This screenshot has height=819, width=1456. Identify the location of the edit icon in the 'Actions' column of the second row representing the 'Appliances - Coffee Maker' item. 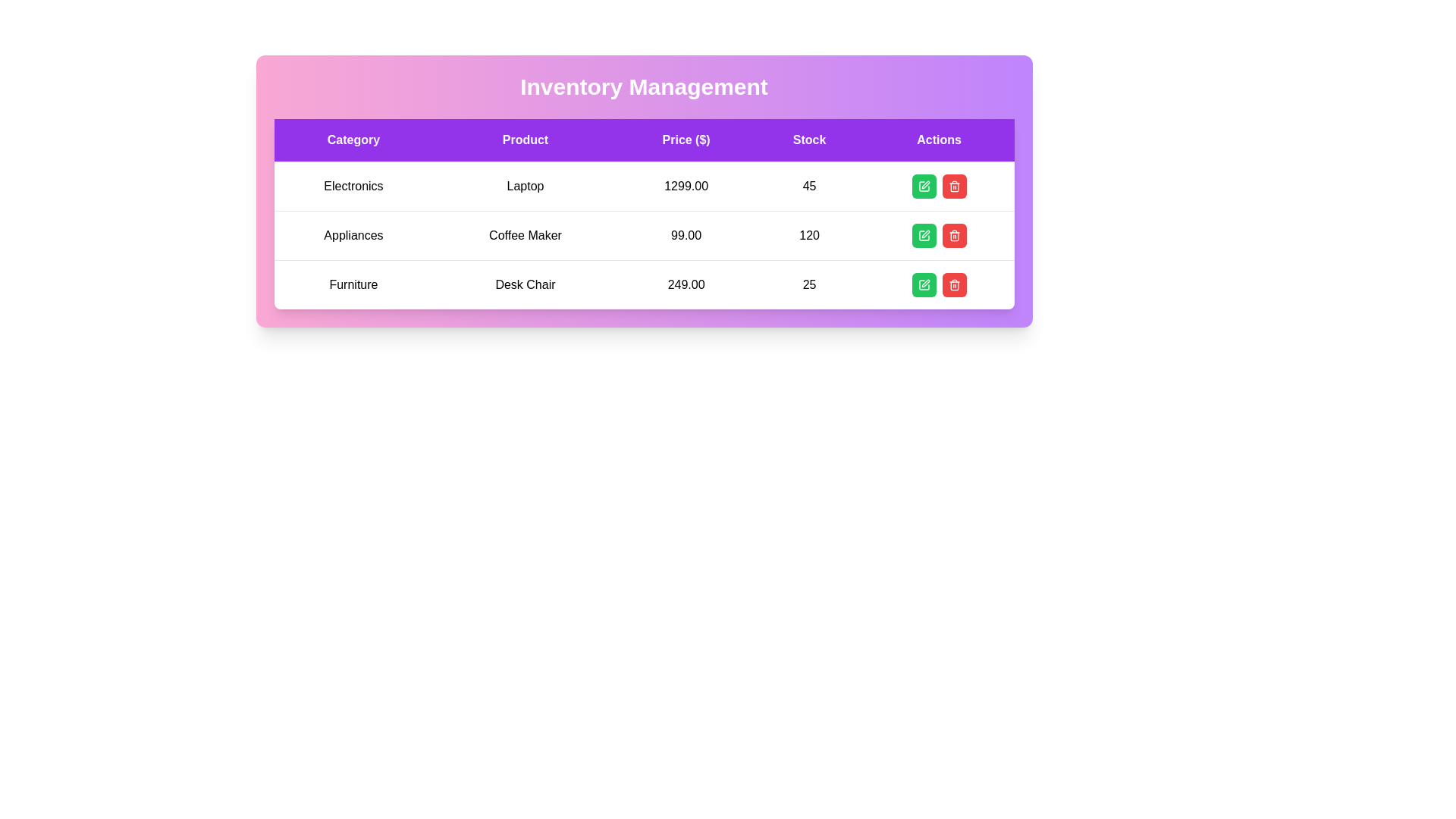
(924, 234).